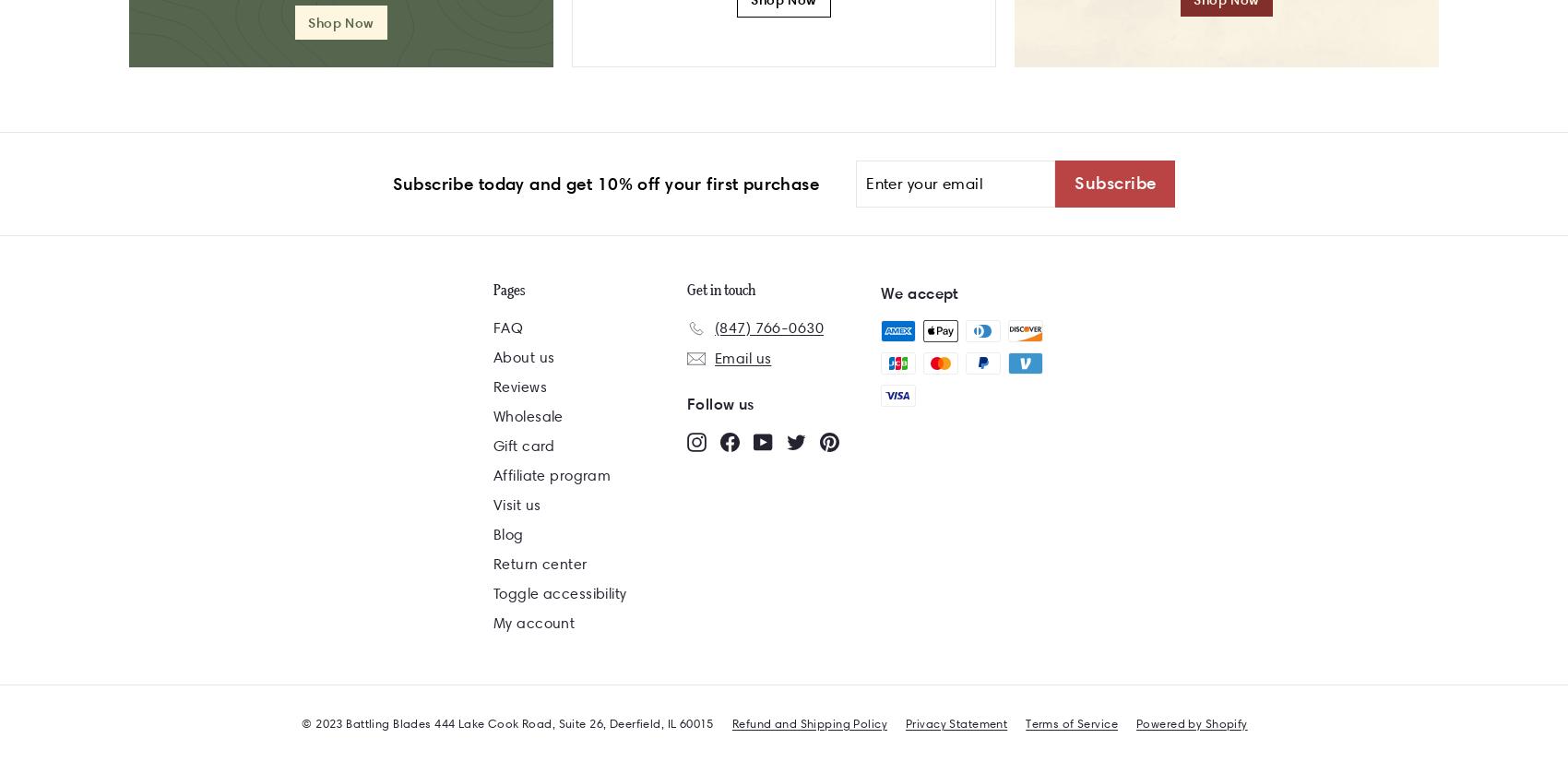 This screenshot has width=1568, height=762. Describe the element at coordinates (506, 532) in the screenshot. I see `'Blog'` at that location.